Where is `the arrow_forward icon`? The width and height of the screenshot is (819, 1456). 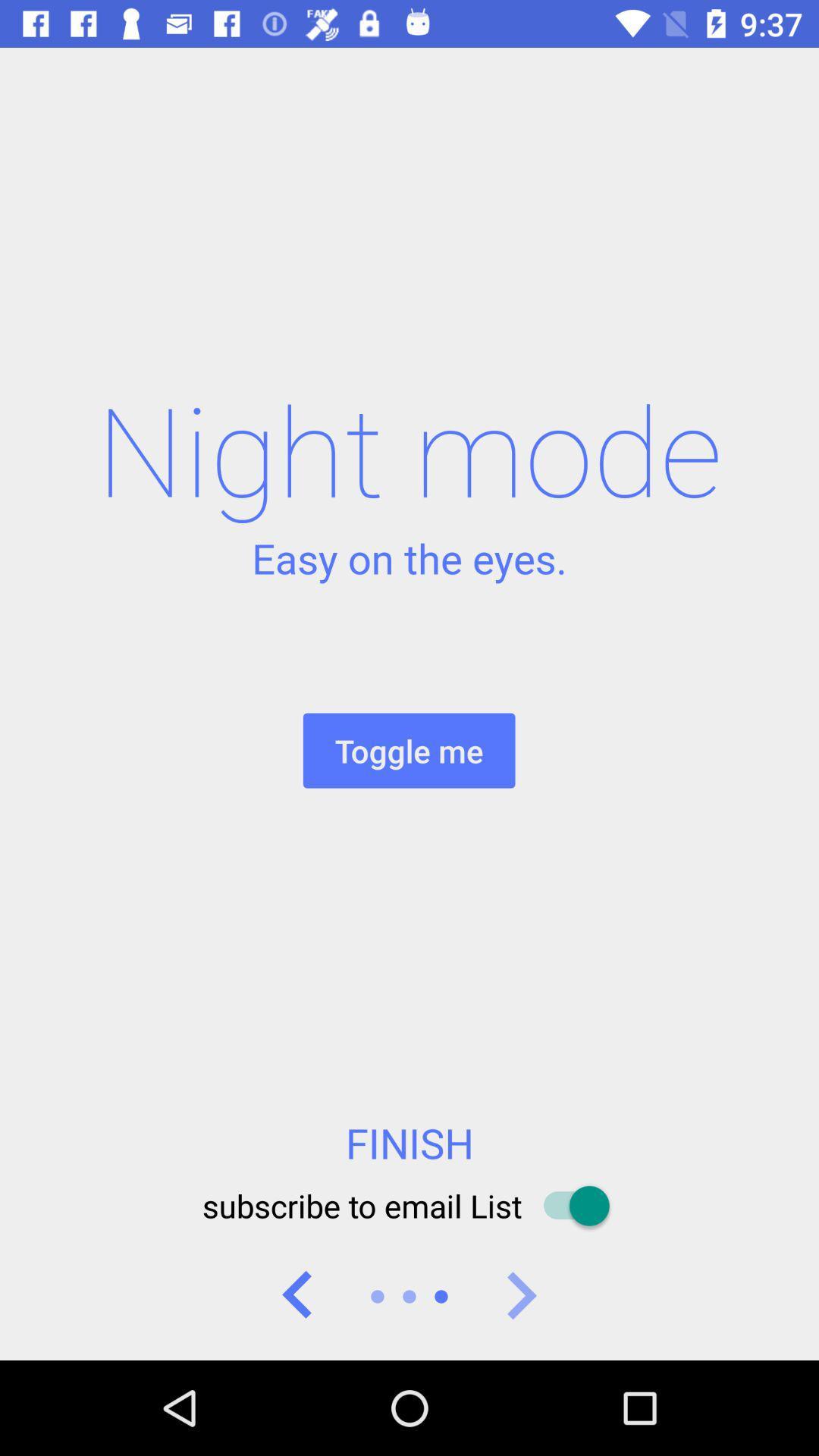 the arrow_forward icon is located at coordinates (519, 1295).